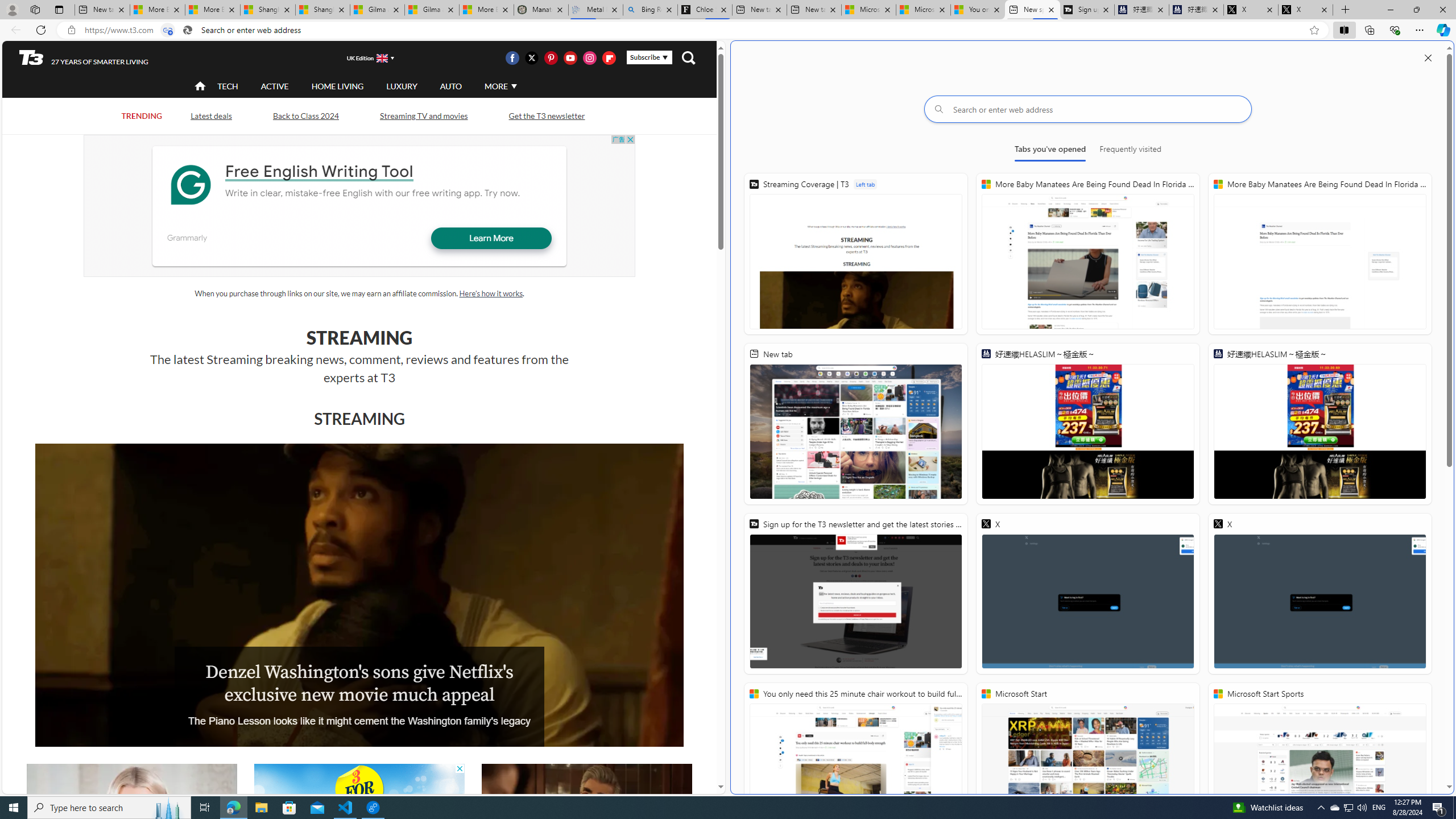 The height and width of the screenshot is (819, 1456). What do you see at coordinates (855, 253) in the screenshot?
I see `'Streaming Coverage | T3'` at bounding box center [855, 253].